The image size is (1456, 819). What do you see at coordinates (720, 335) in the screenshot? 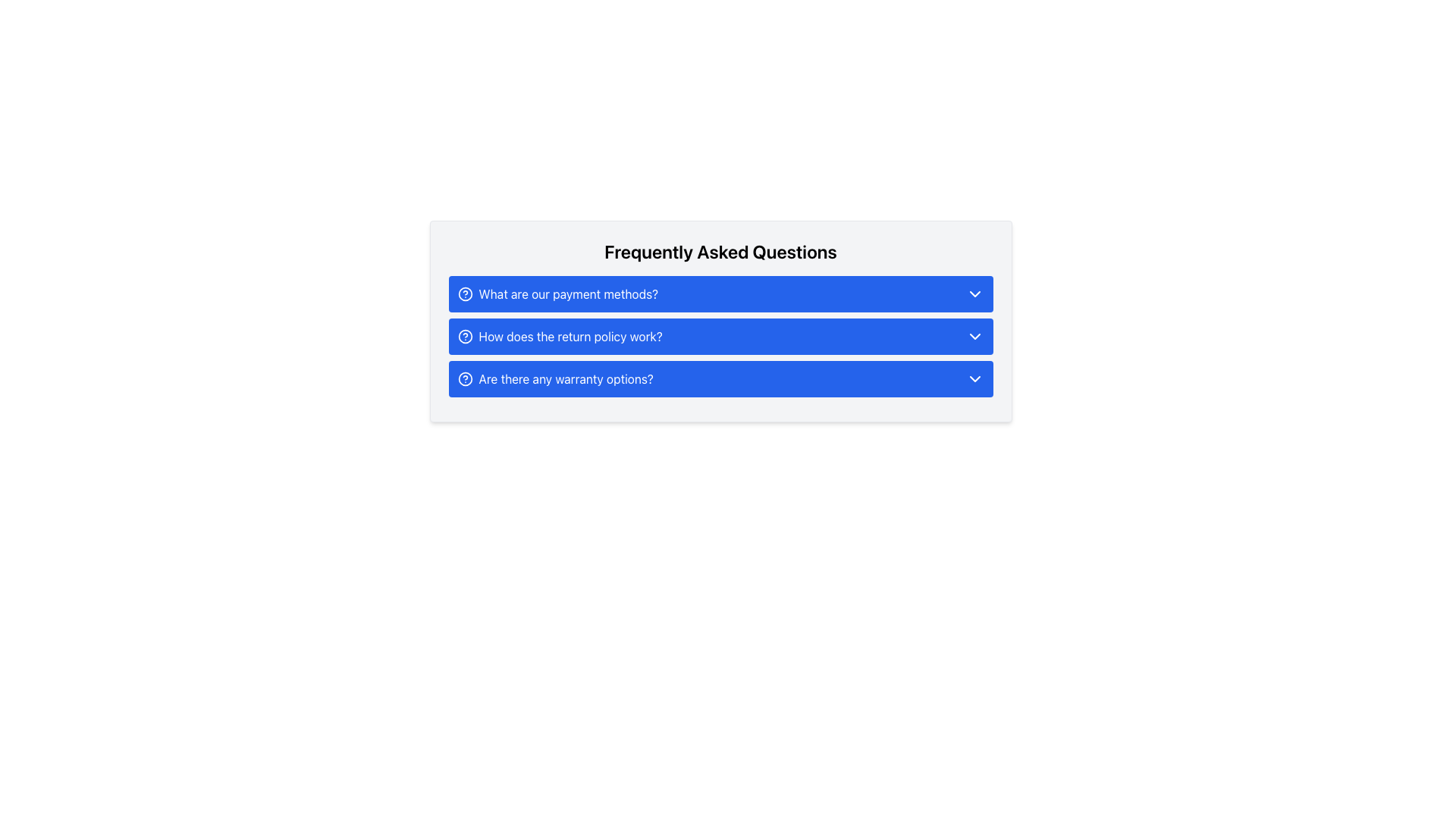
I see `the second collapsible item in the FAQ section to focus on it and prepare for interaction` at bounding box center [720, 335].